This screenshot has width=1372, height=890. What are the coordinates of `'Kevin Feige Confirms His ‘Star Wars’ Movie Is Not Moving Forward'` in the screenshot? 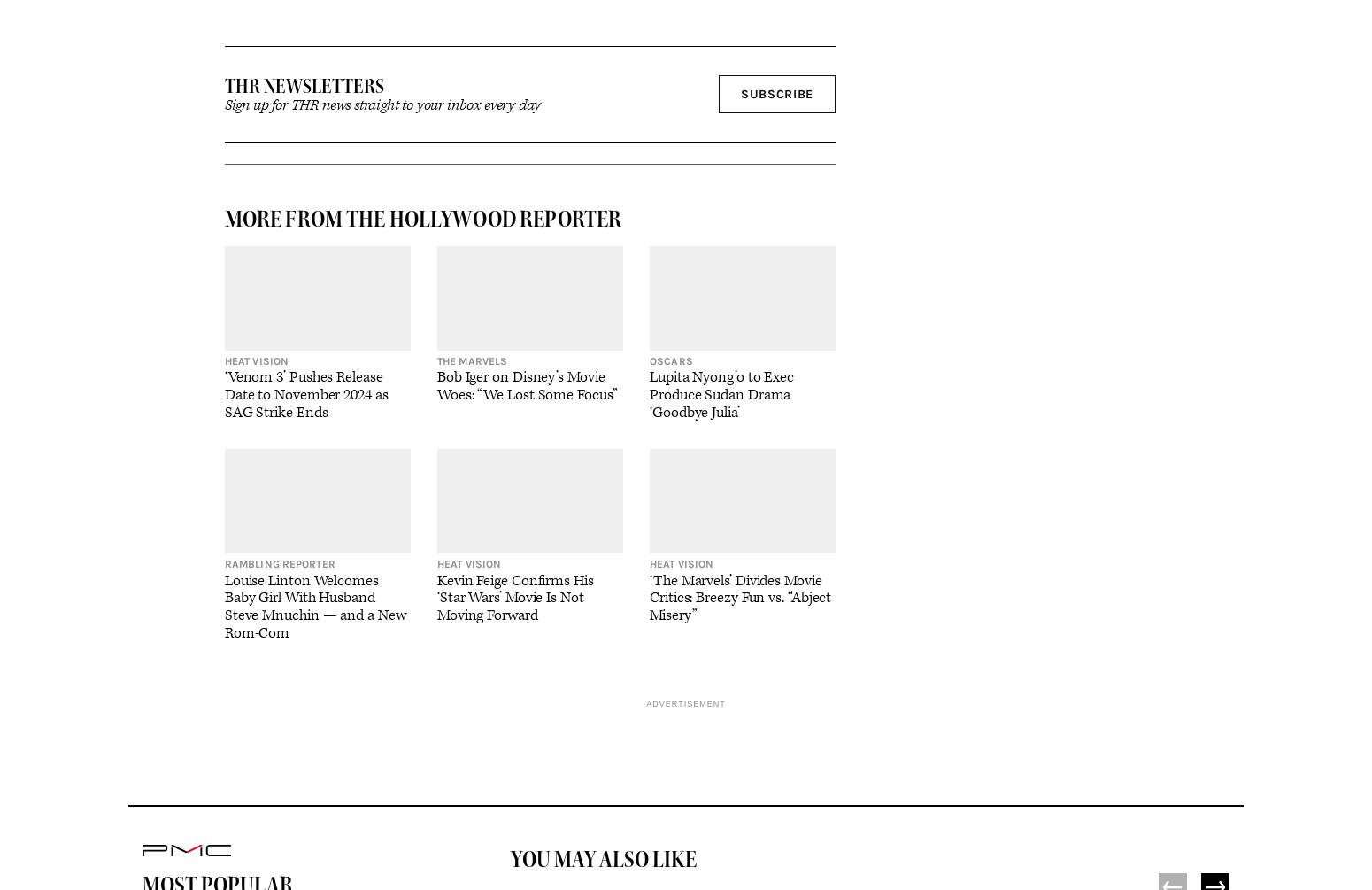 It's located at (435, 597).